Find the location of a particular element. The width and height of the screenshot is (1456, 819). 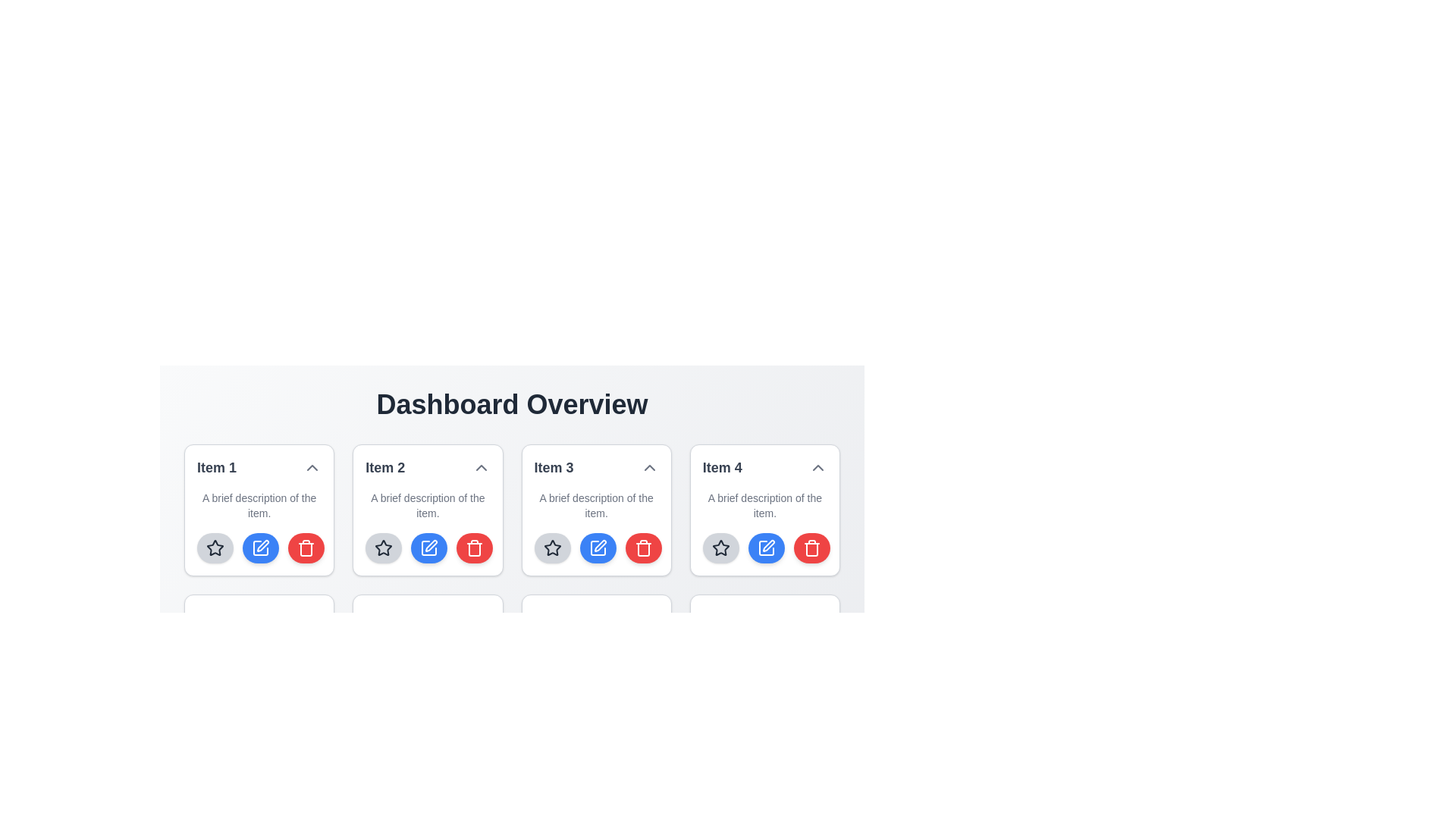

the edit button for Item 4, located in the Dashboard Overview section, which is the second button in the action group flanked by a star icon on the left and a trash icon on the right is located at coordinates (766, 548).